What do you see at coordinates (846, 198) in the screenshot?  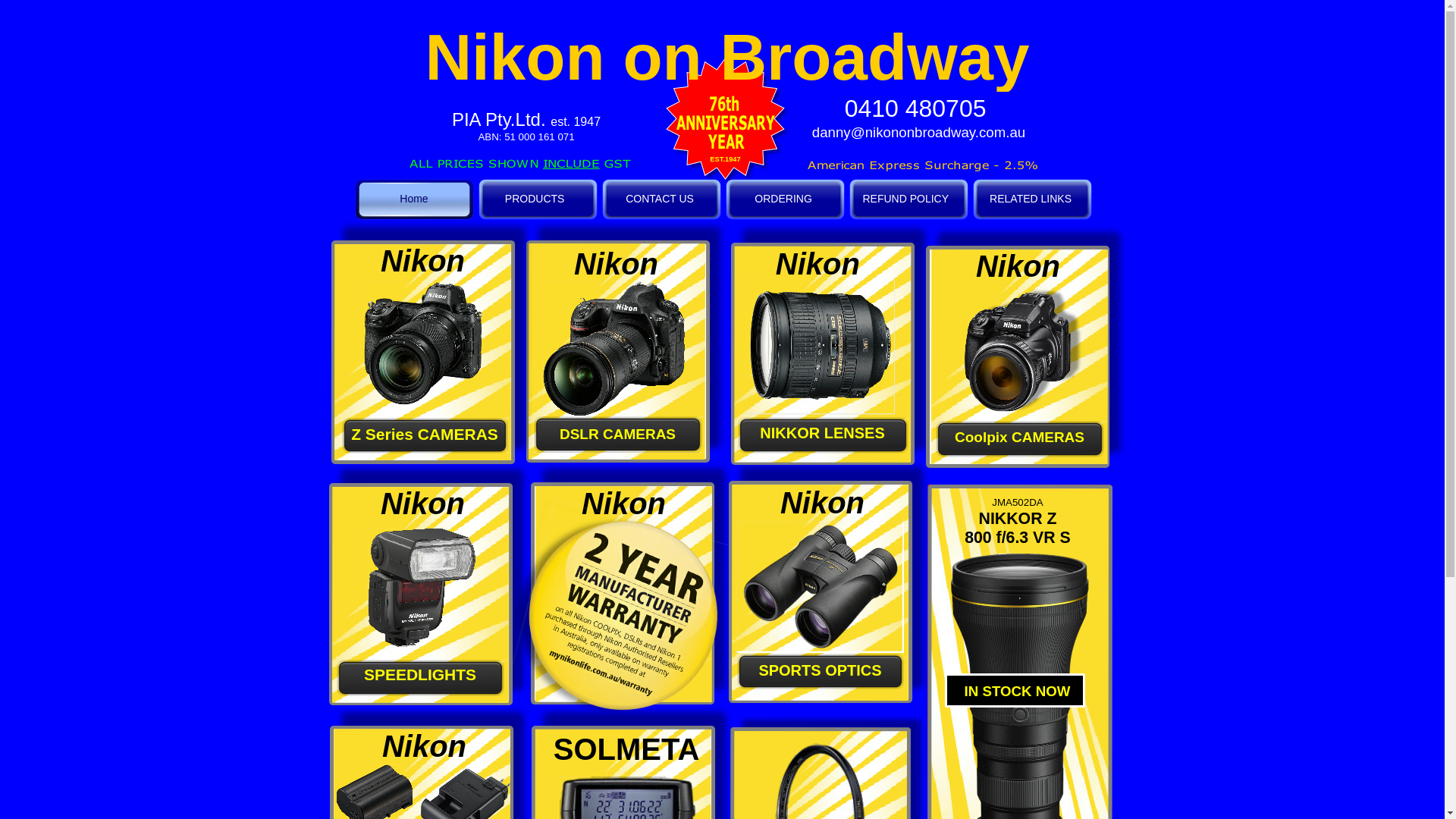 I see `'REFUND POLICY  '` at bounding box center [846, 198].